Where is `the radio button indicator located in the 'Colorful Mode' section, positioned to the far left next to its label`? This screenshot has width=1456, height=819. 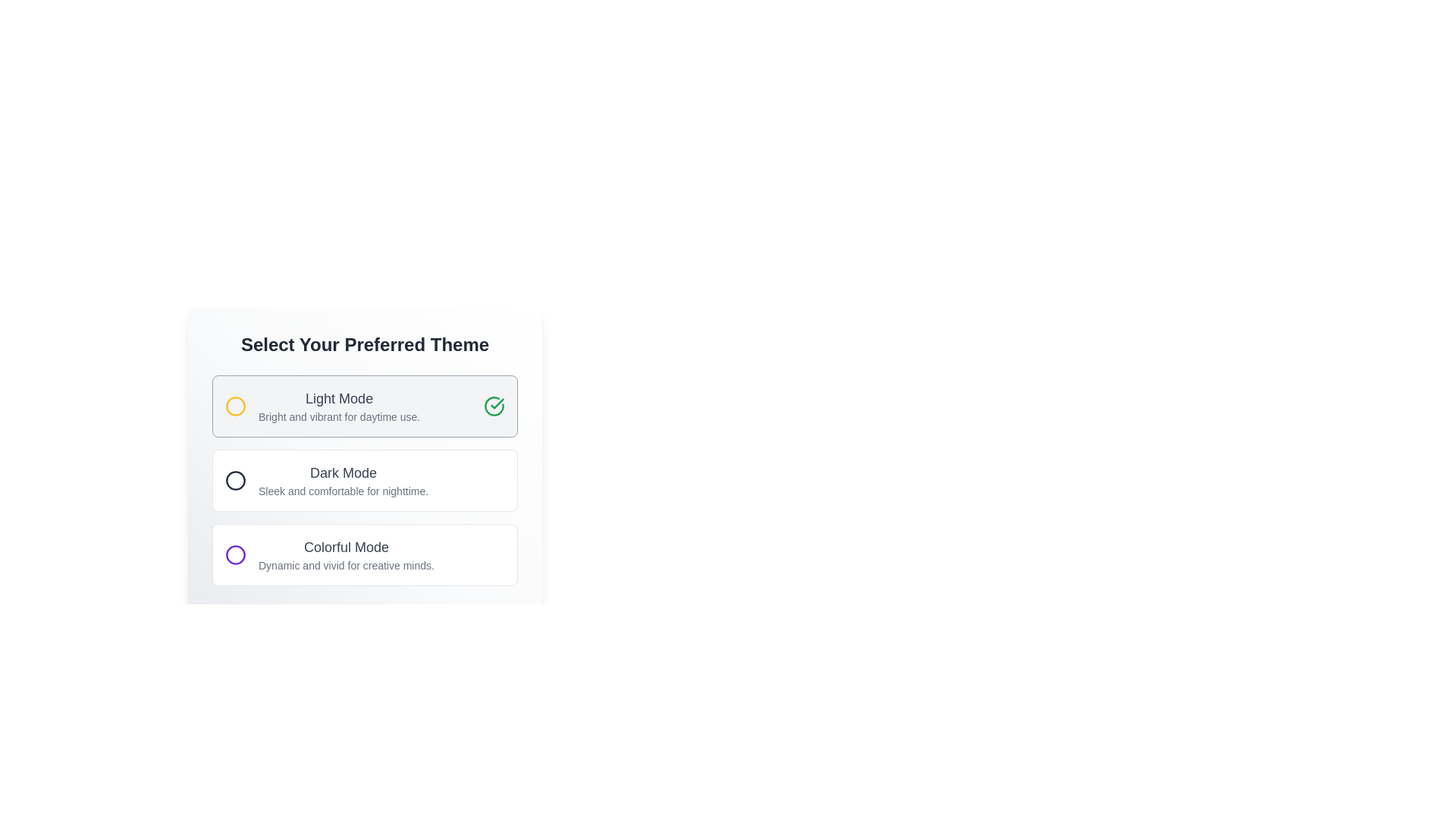 the radio button indicator located in the 'Colorful Mode' section, positioned to the far left next to its label is located at coordinates (235, 555).